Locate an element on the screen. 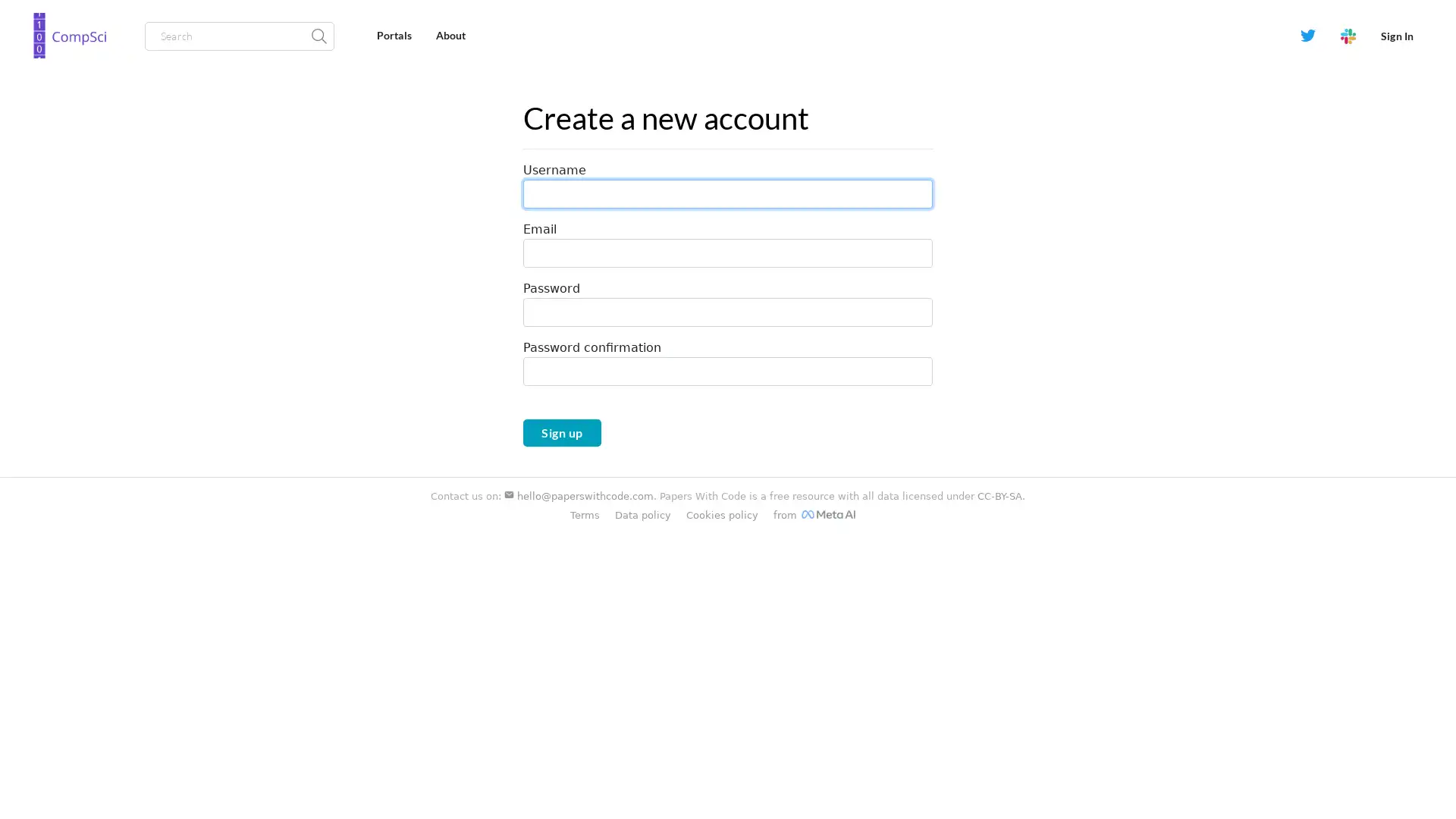 The width and height of the screenshot is (1456, 819). Sign up is located at coordinates (560, 432).